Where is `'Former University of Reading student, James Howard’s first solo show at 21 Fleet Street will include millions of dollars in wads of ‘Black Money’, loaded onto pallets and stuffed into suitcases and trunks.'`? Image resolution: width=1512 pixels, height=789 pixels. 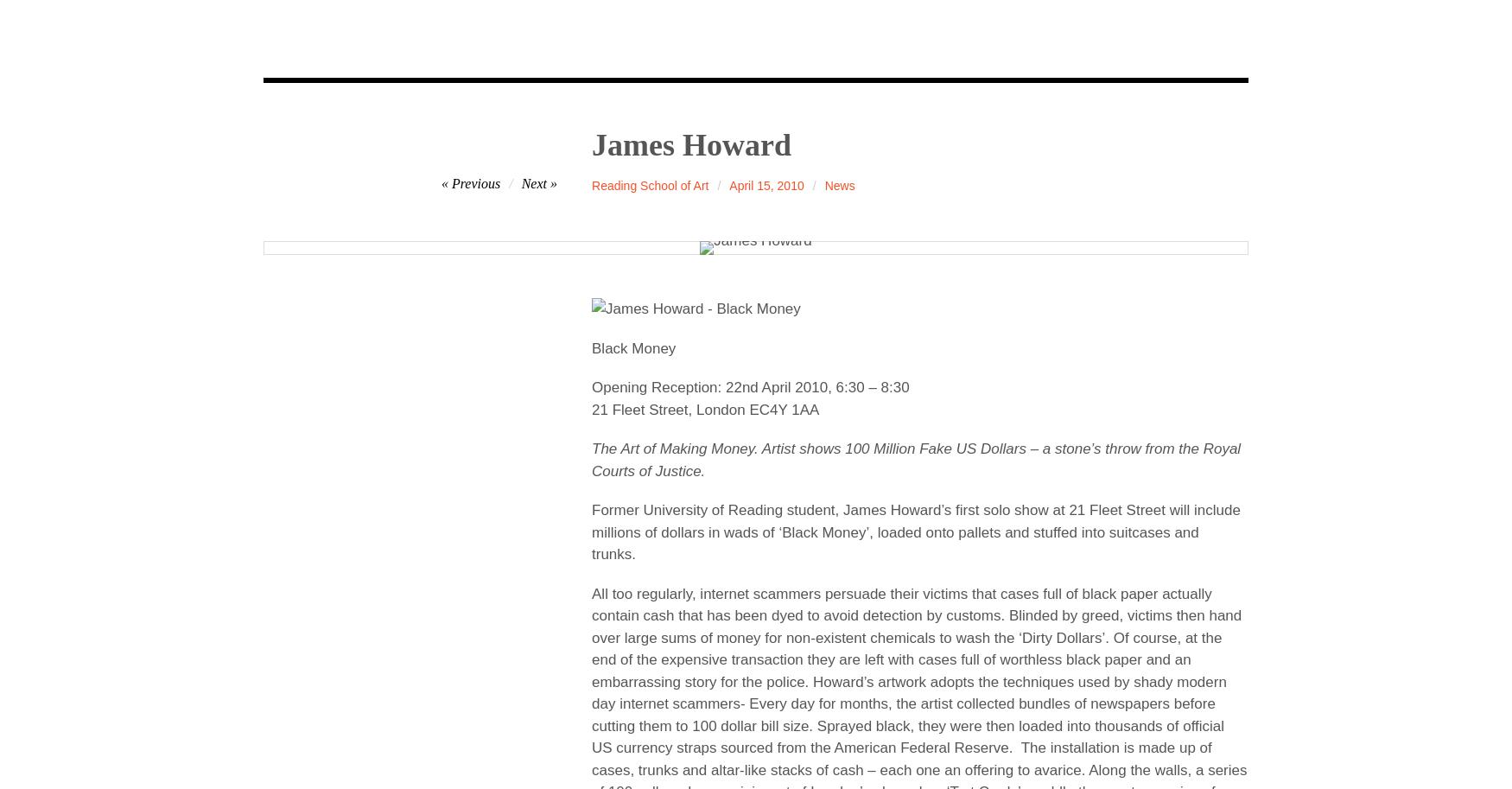 'Former University of Reading student, James Howard’s first solo show at 21 Fleet Street will include millions of dollars in wads of ‘Black Money’, loaded onto pallets and stuffed into suitcases and trunks.' is located at coordinates (590, 532).